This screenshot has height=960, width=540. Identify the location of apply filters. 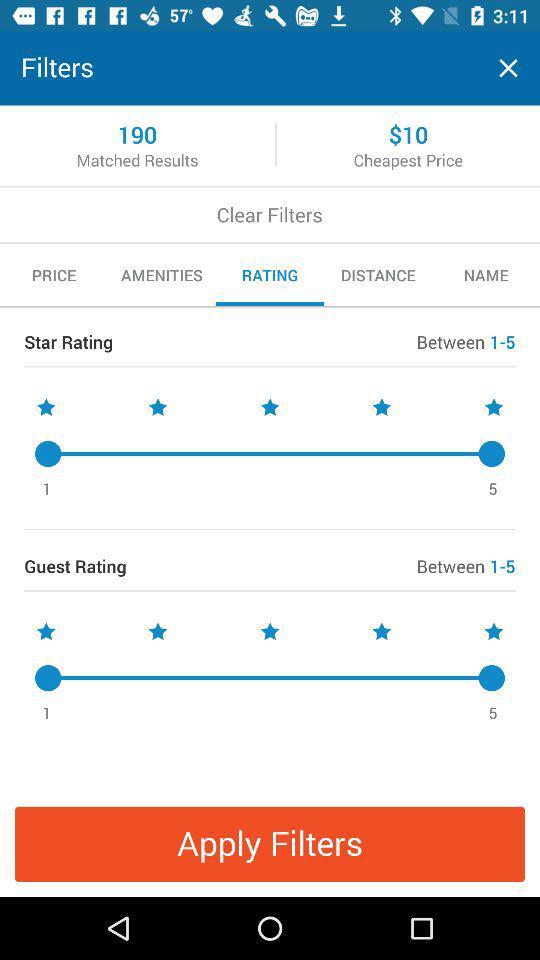
(270, 843).